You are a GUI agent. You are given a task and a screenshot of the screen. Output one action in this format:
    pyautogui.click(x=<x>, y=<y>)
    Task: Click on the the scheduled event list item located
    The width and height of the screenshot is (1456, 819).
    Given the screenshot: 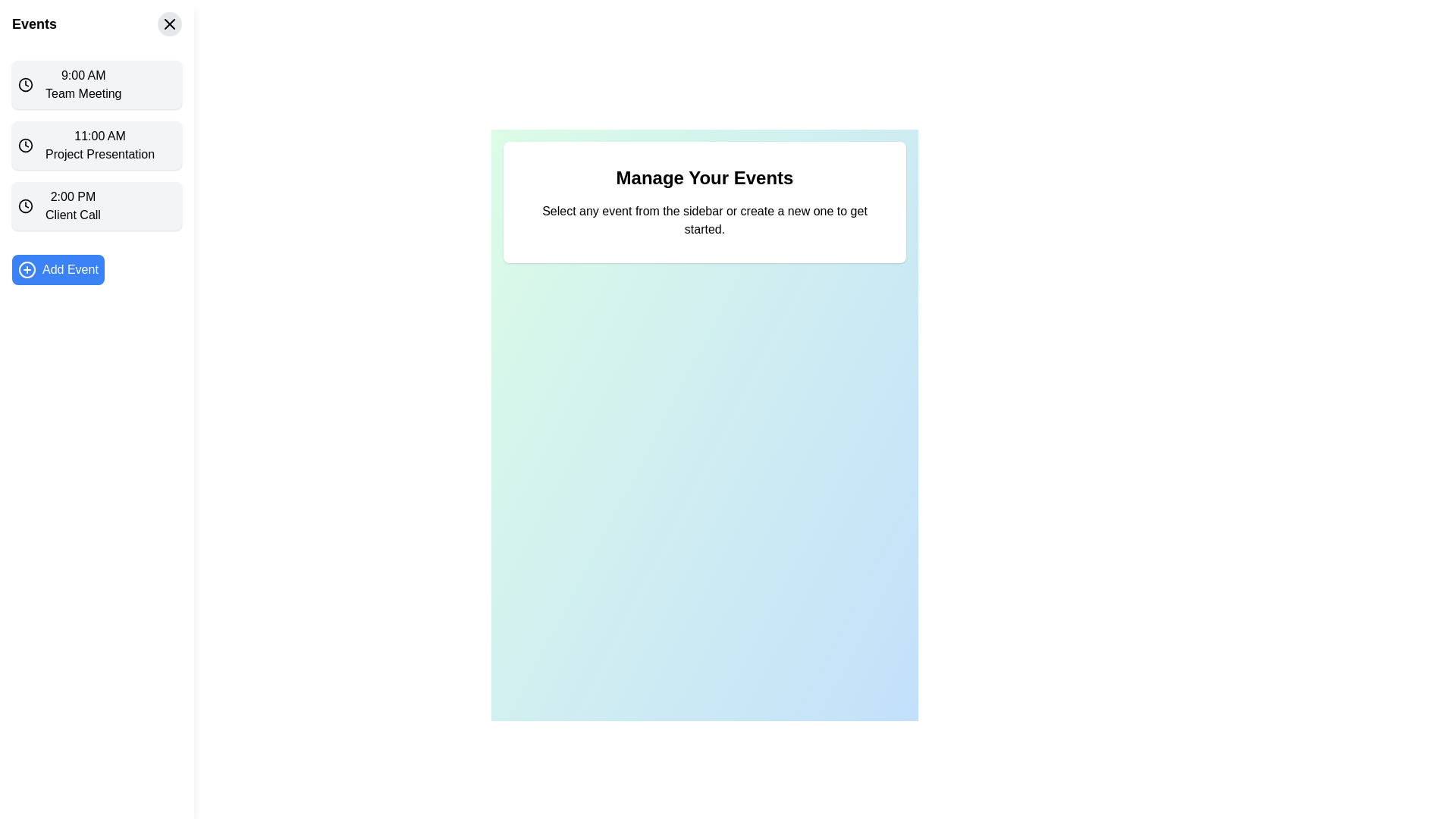 What is the action you would take?
    pyautogui.click(x=96, y=146)
    